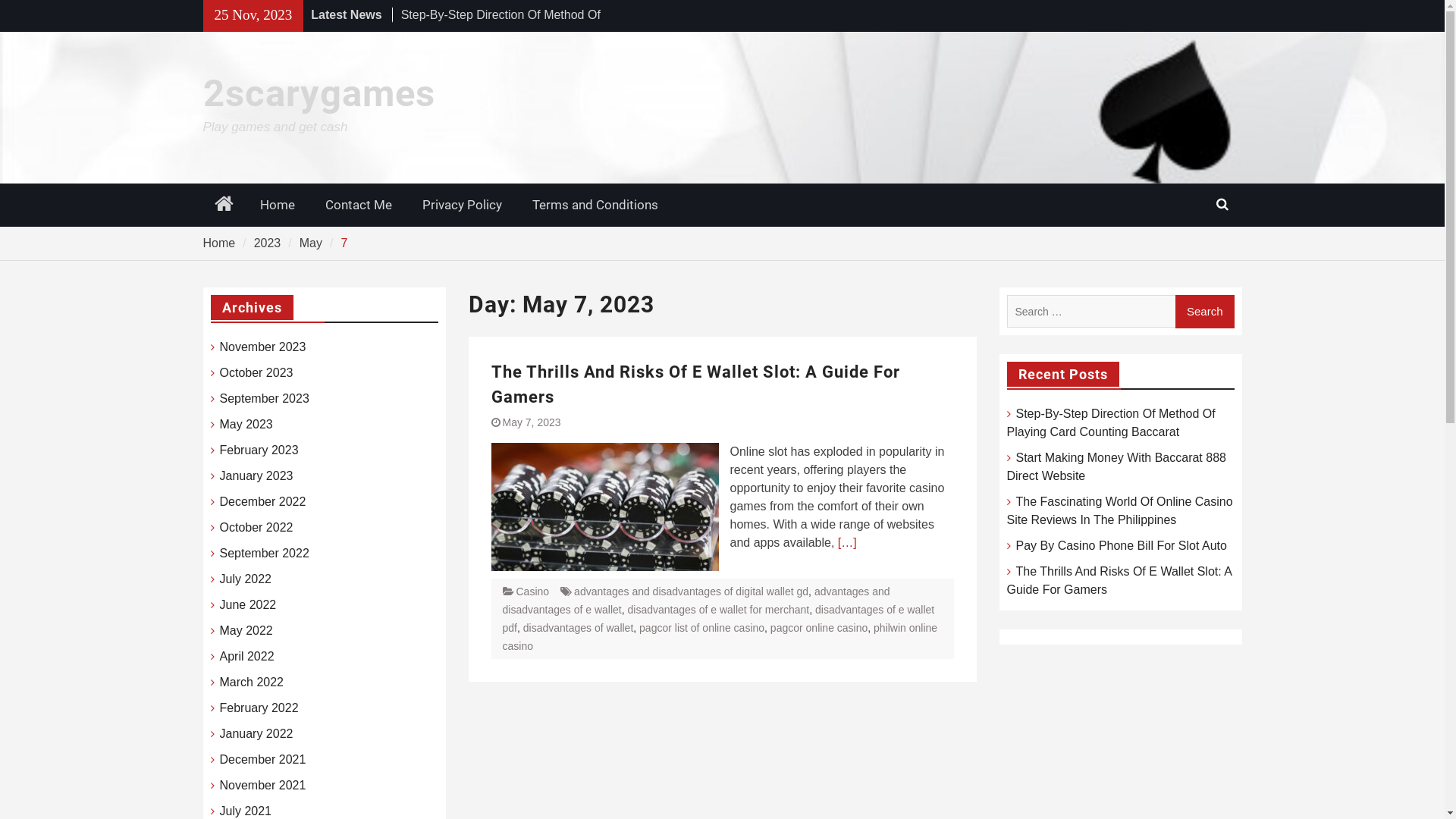  Describe the element at coordinates (309, 205) in the screenshot. I see `'Contact Me'` at that location.